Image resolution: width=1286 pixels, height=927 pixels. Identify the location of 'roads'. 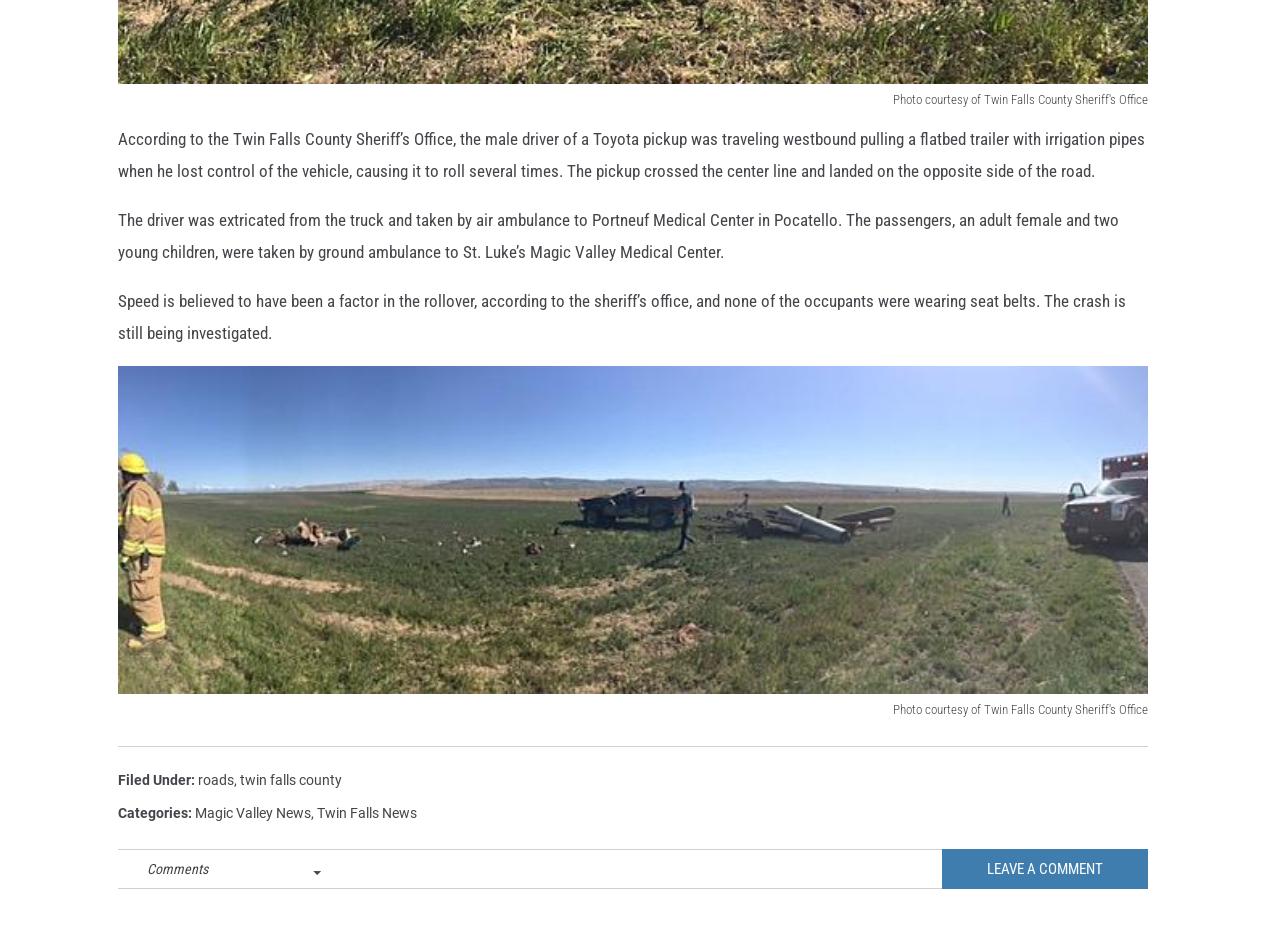
(198, 811).